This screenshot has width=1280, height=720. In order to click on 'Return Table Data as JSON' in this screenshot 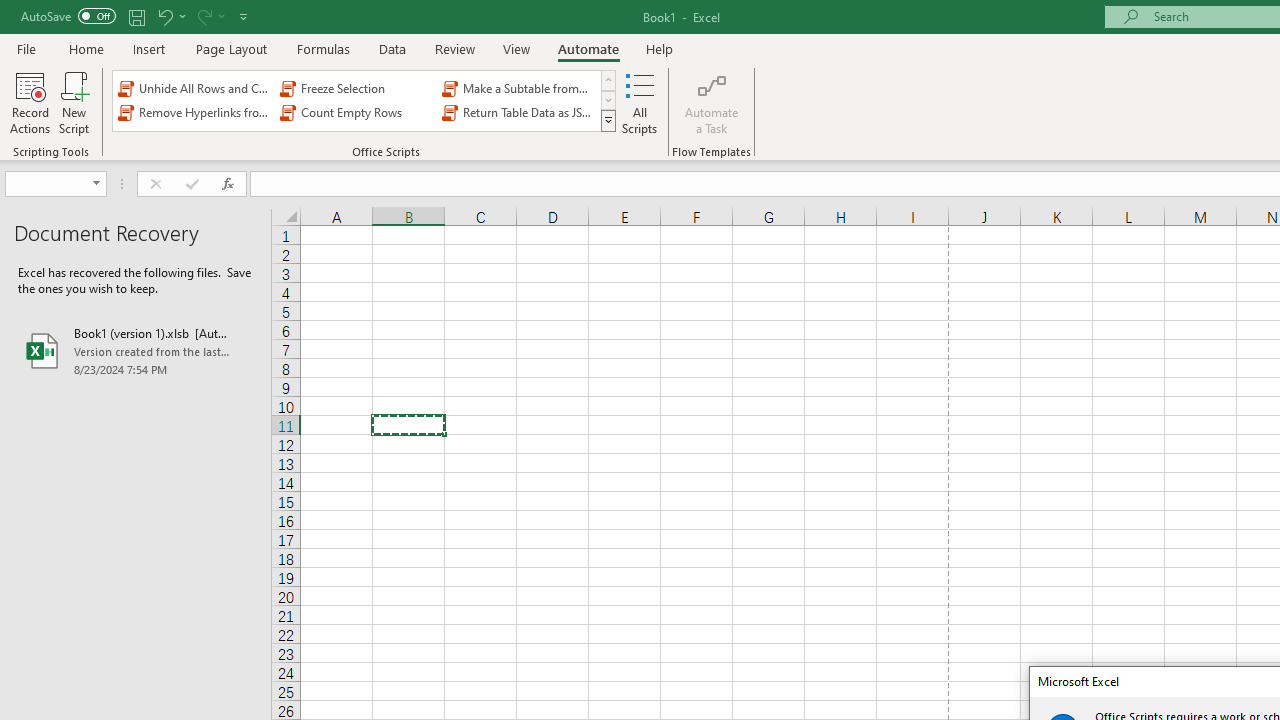, I will do `click(519, 113)`.